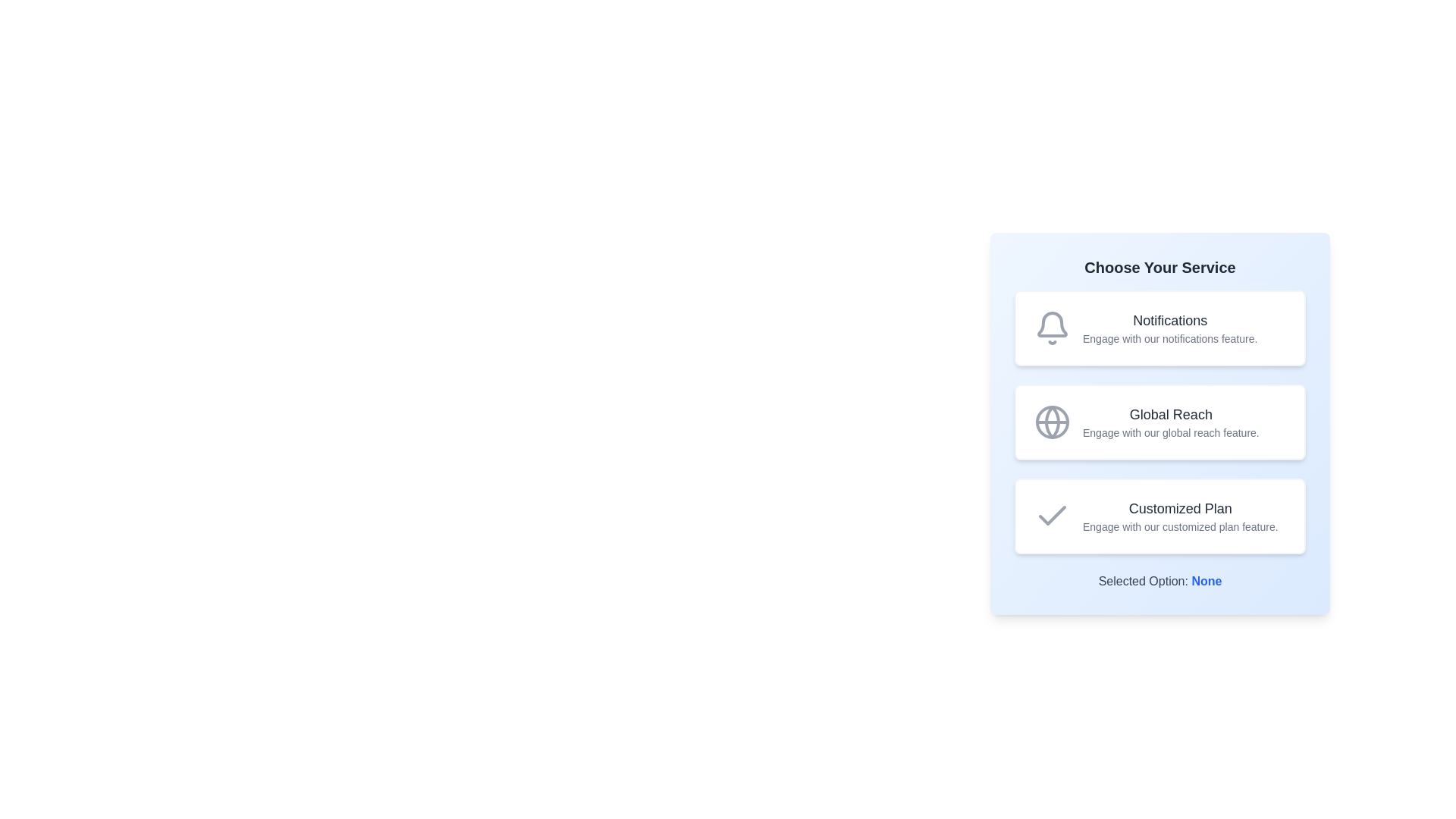 The height and width of the screenshot is (819, 1456). What do you see at coordinates (1179, 509) in the screenshot?
I see `the 'Customized Plan' label element, which is located within the third option group under 'Choose Your Service'` at bounding box center [1179, 509].